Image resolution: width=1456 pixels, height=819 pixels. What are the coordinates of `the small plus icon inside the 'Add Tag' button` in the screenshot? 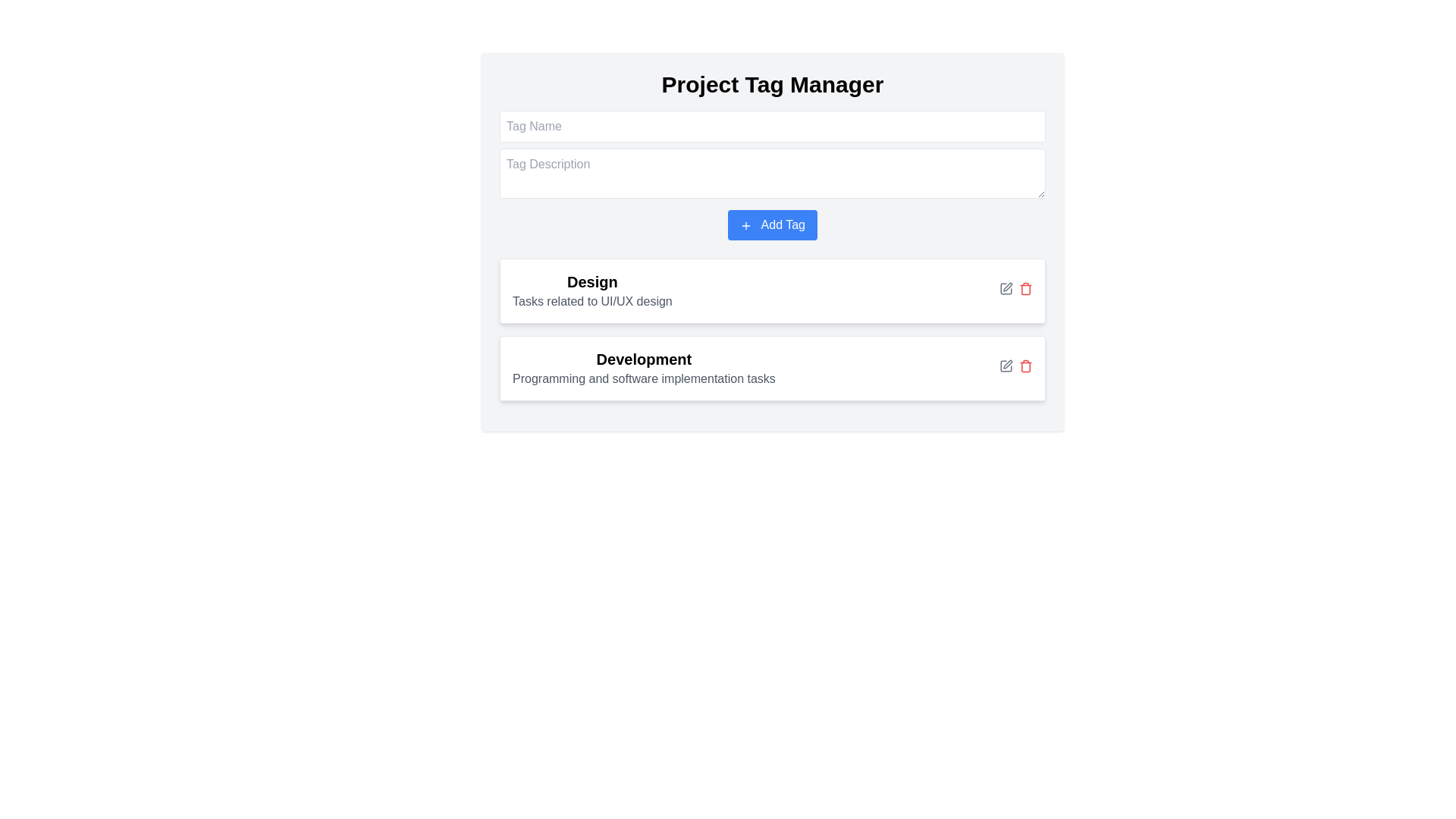 It's located at (745, 225).